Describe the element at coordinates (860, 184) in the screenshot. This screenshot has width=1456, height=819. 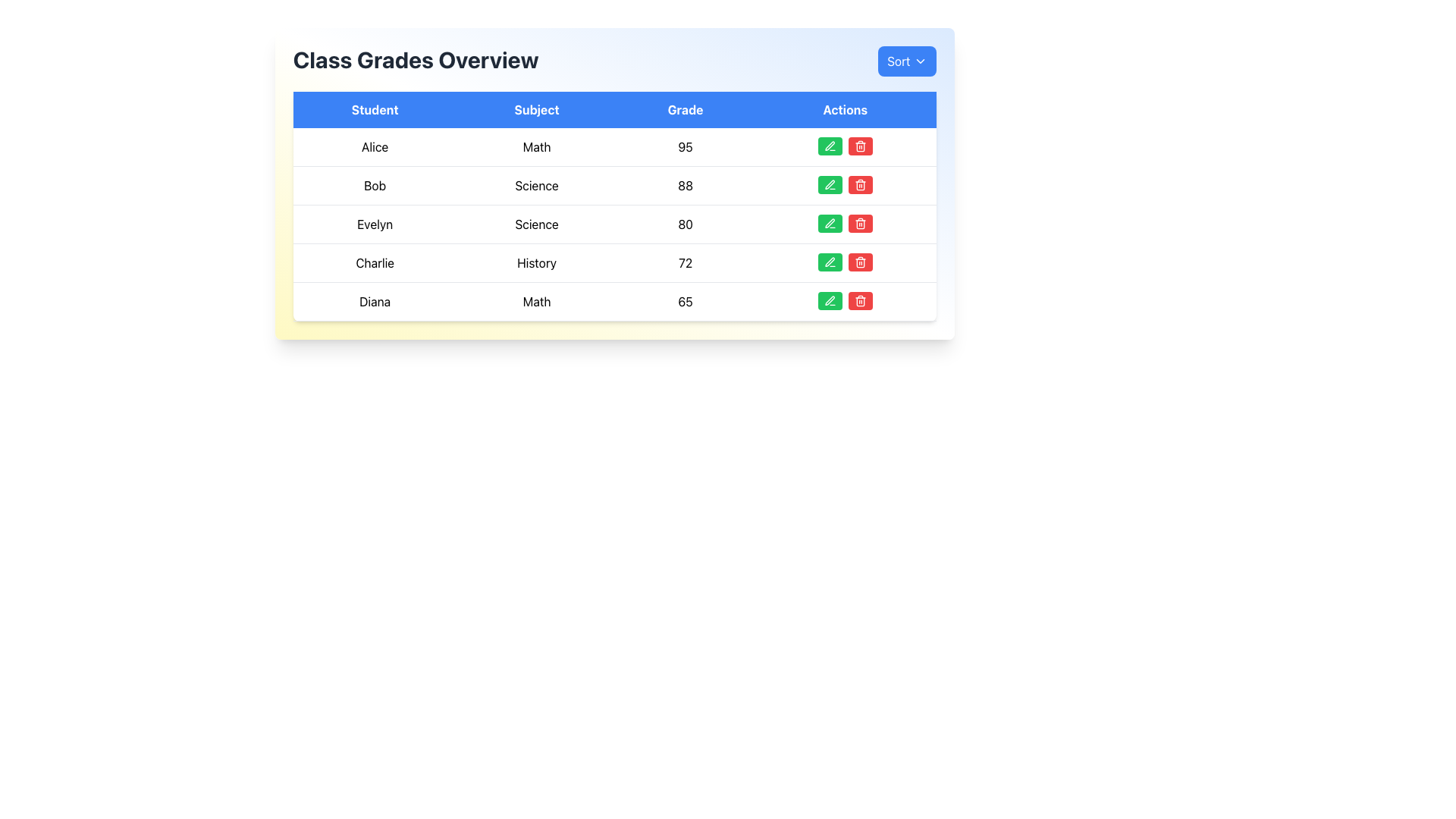
I see `the small trash icon button with a red background in the 'Actions' column of the table row for 'Bob'` at that location.